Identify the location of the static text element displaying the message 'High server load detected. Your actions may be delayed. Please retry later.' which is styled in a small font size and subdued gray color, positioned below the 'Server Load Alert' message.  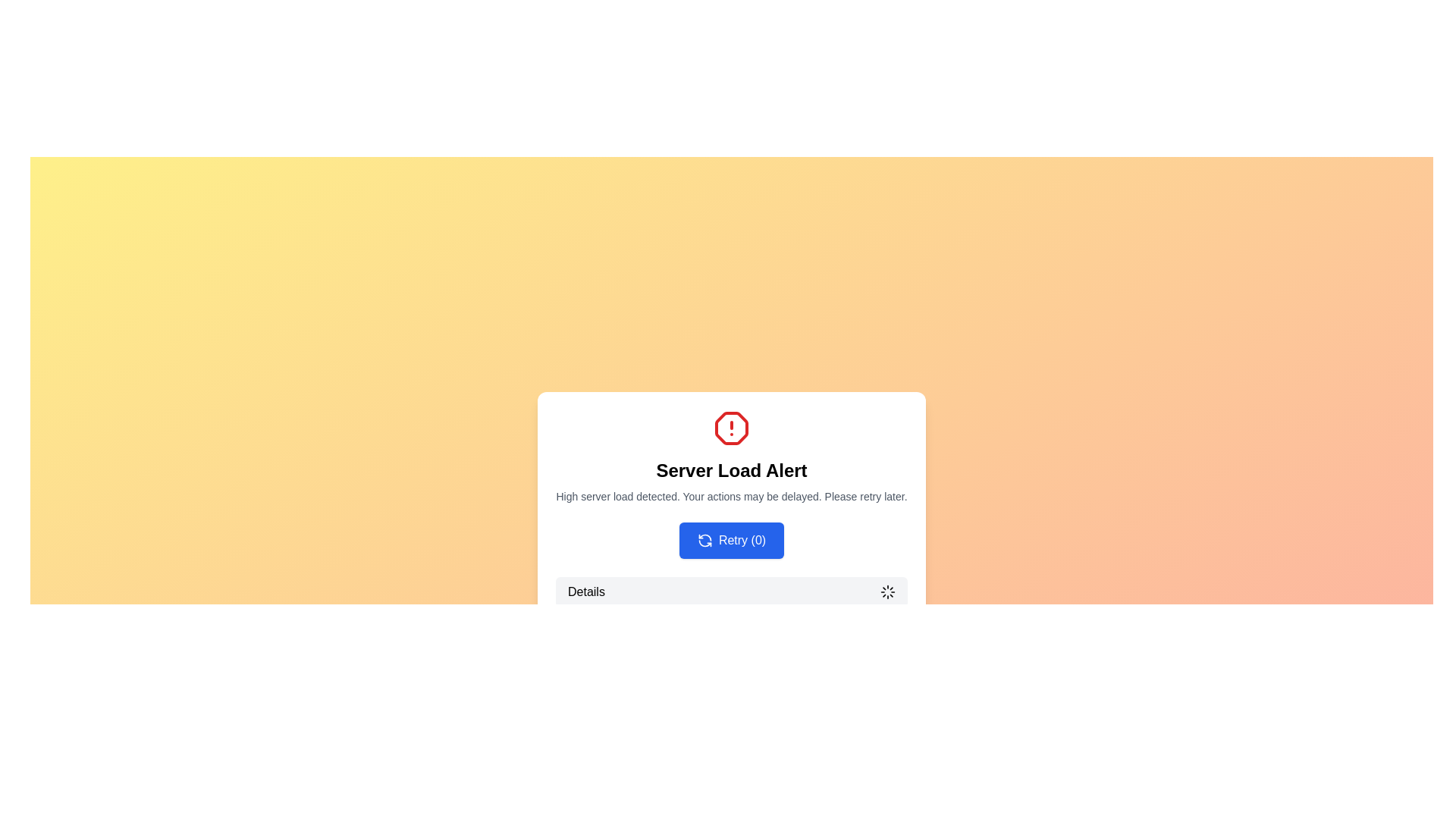
(731, 497).